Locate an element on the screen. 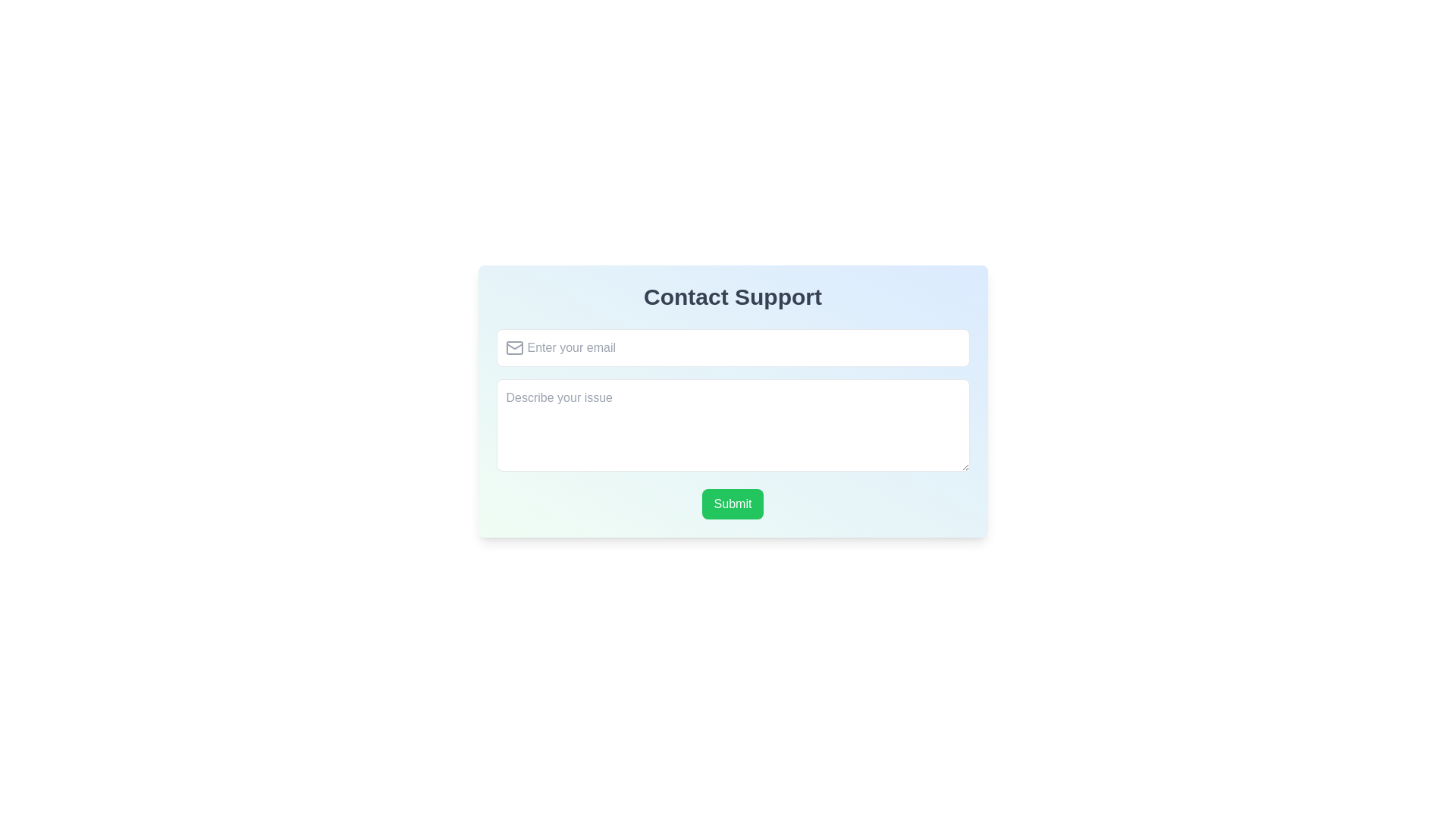  the email icon located to the left of the email input field in the 'Contact Support' form is located at coordinates (514, 348).